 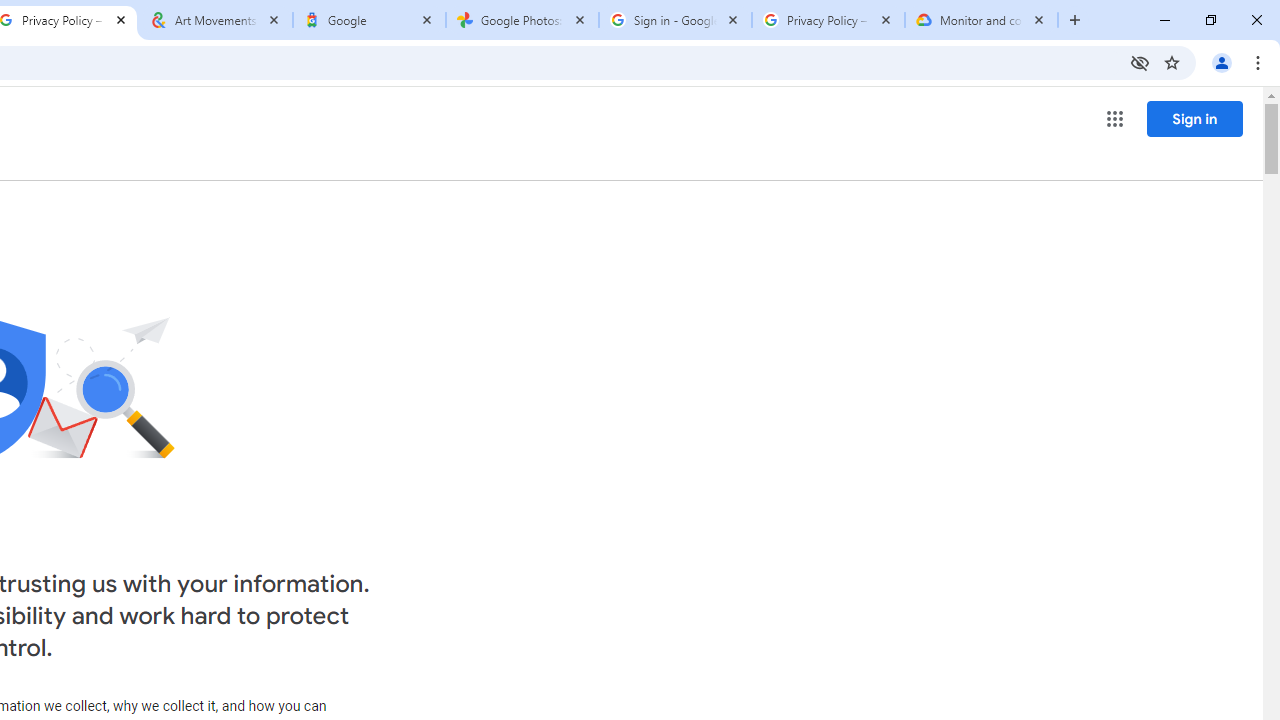 What do you see at coordinates (369, 20) in the screenshot?
I see `'Google'` at bounding box center [369, 20].